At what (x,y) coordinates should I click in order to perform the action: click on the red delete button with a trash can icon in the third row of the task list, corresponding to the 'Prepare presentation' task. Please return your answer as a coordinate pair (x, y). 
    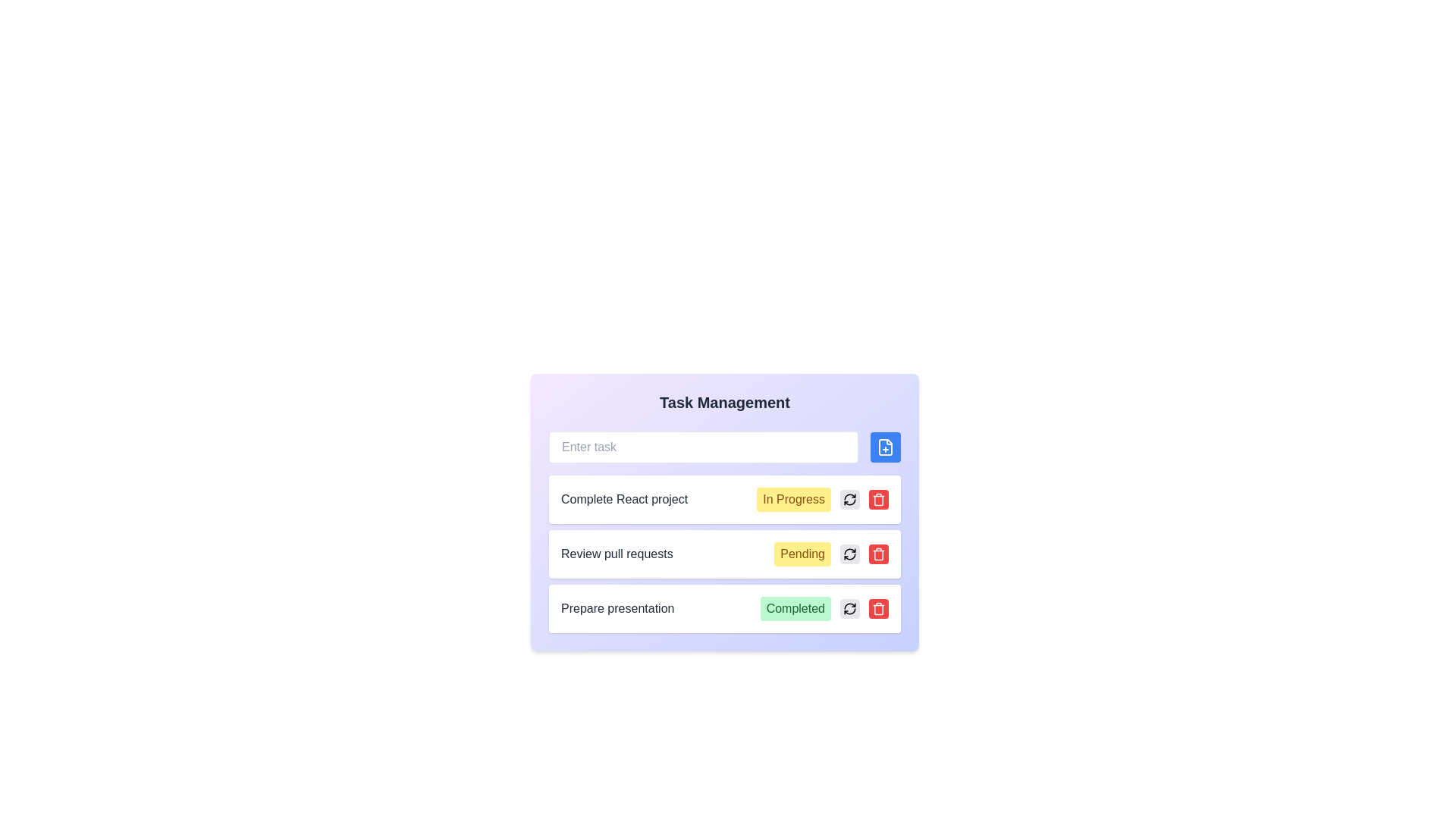
    Looking at the image, I should click on (878, 607).